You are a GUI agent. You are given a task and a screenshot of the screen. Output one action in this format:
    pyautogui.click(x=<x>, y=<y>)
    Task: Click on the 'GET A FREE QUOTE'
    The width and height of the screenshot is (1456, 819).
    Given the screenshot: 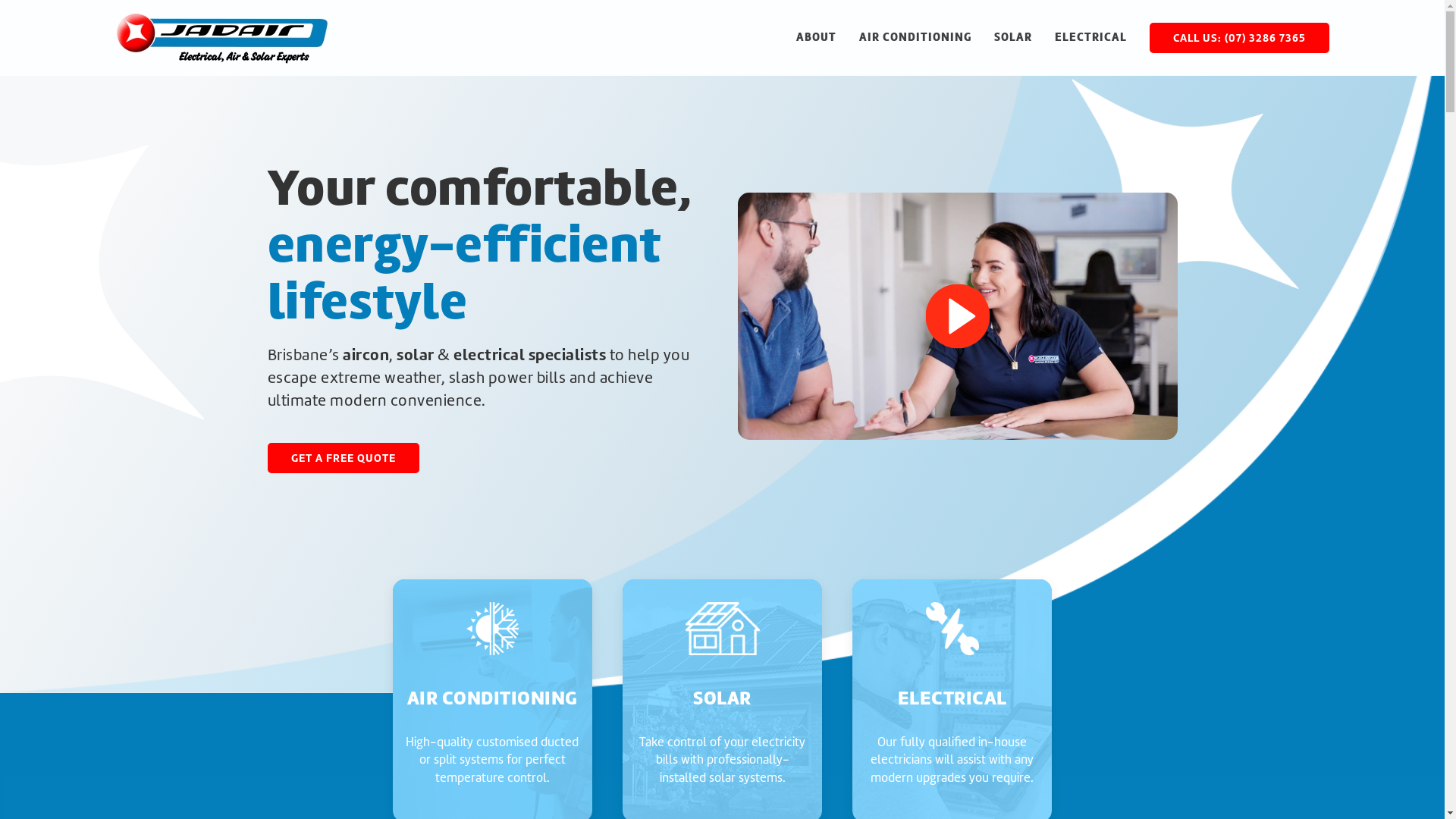 What is the action you would take?
    pyautogui.click(x=341, y=457)
    